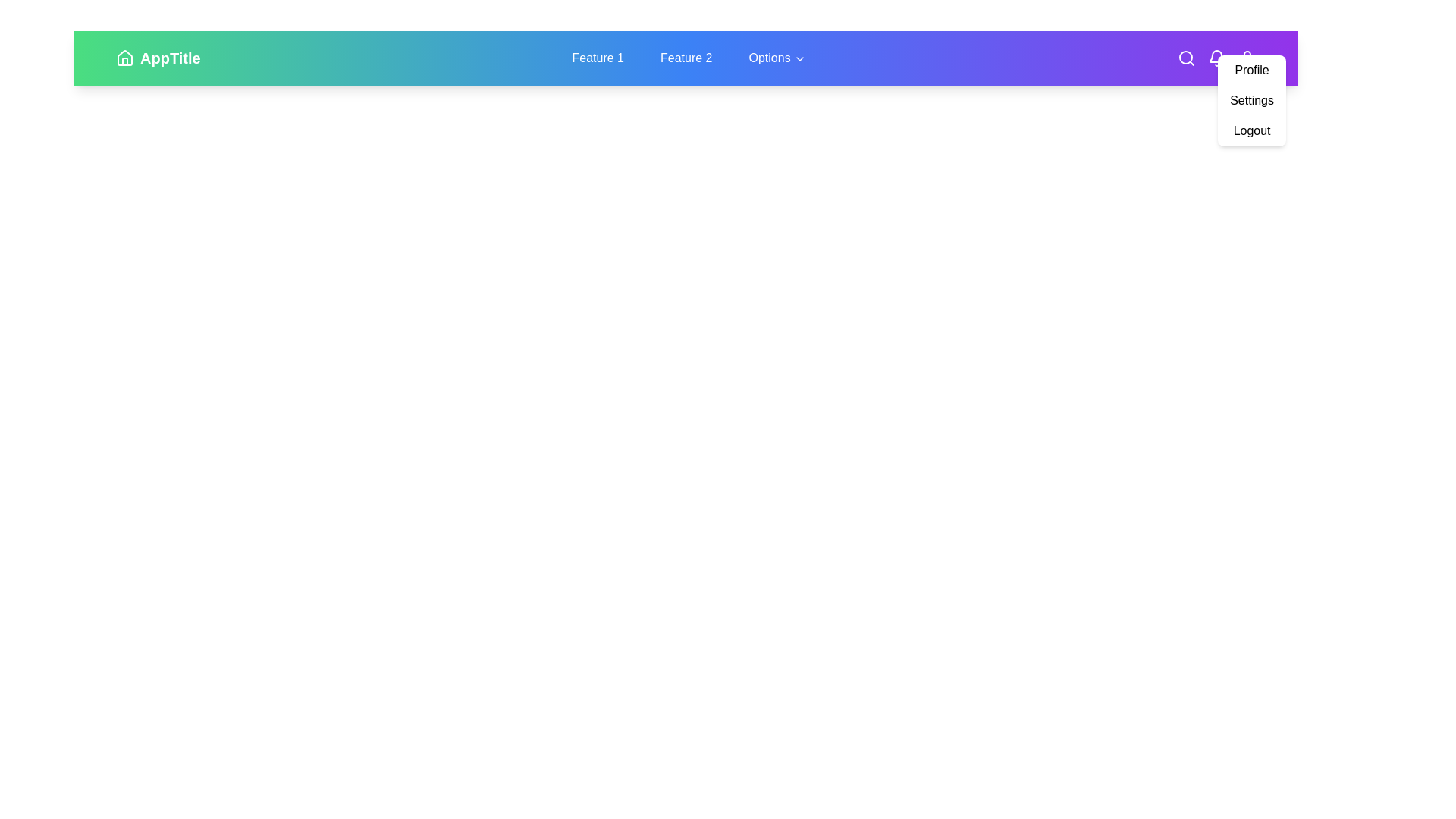 The height and width of the screenshot is (819, 1456). What do you see at coordinates (124, 58) in the screenshot?
I see `the 'Home' icon to navigate to the home page` at bounding box center [124, 58].